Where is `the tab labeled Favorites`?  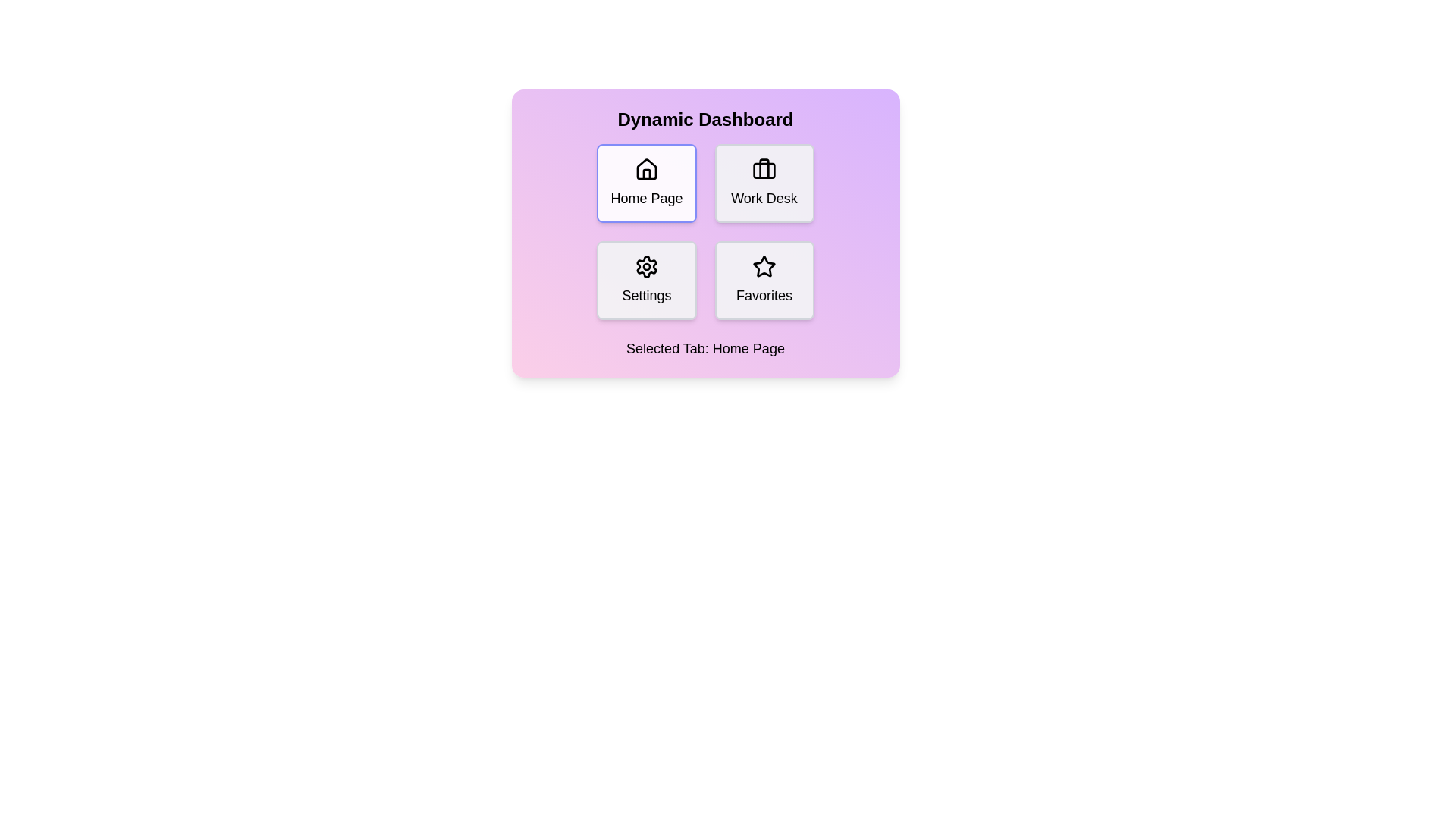
the tab labeled Favorites is located at coordinates (764, 281).